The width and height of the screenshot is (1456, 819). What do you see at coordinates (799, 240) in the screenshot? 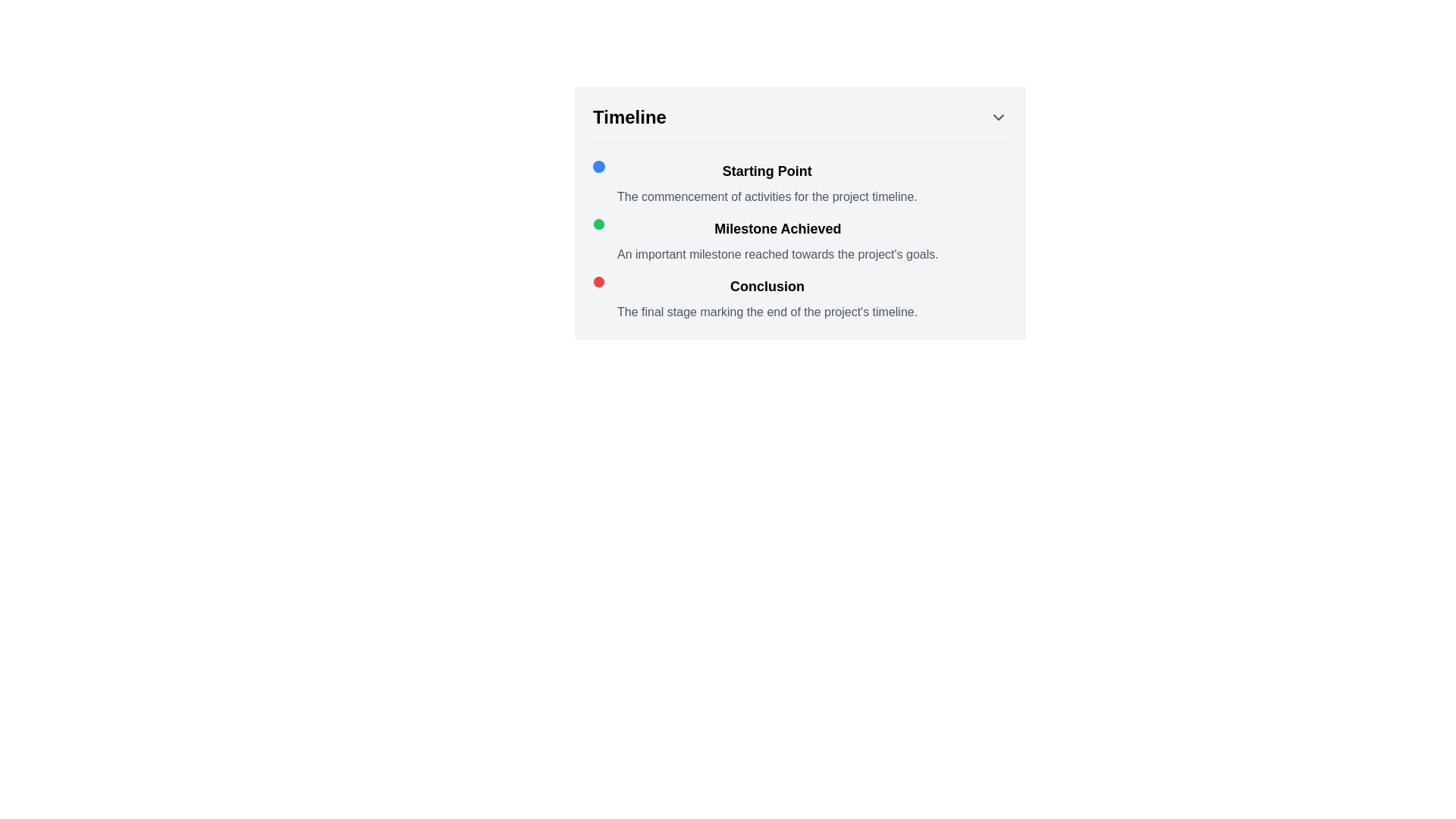
I see `the Text block with a heading and description that indicates a completed milestone in the timeline, which is centrally placed and occupies the second position among three timeline items` at bounding box center [799, 240].